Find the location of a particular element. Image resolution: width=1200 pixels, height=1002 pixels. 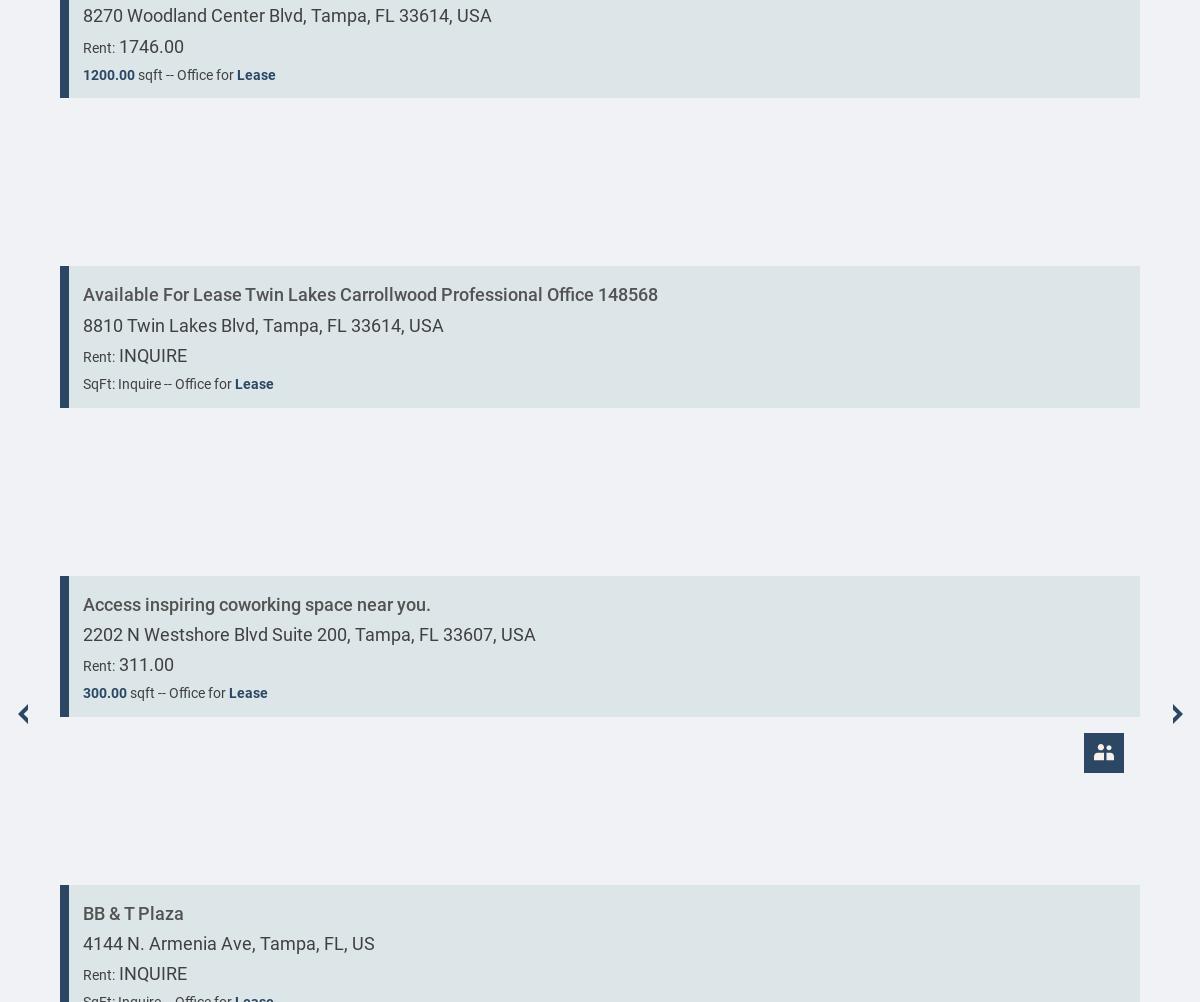

'1746.00' is located at coordinates (150, 45).